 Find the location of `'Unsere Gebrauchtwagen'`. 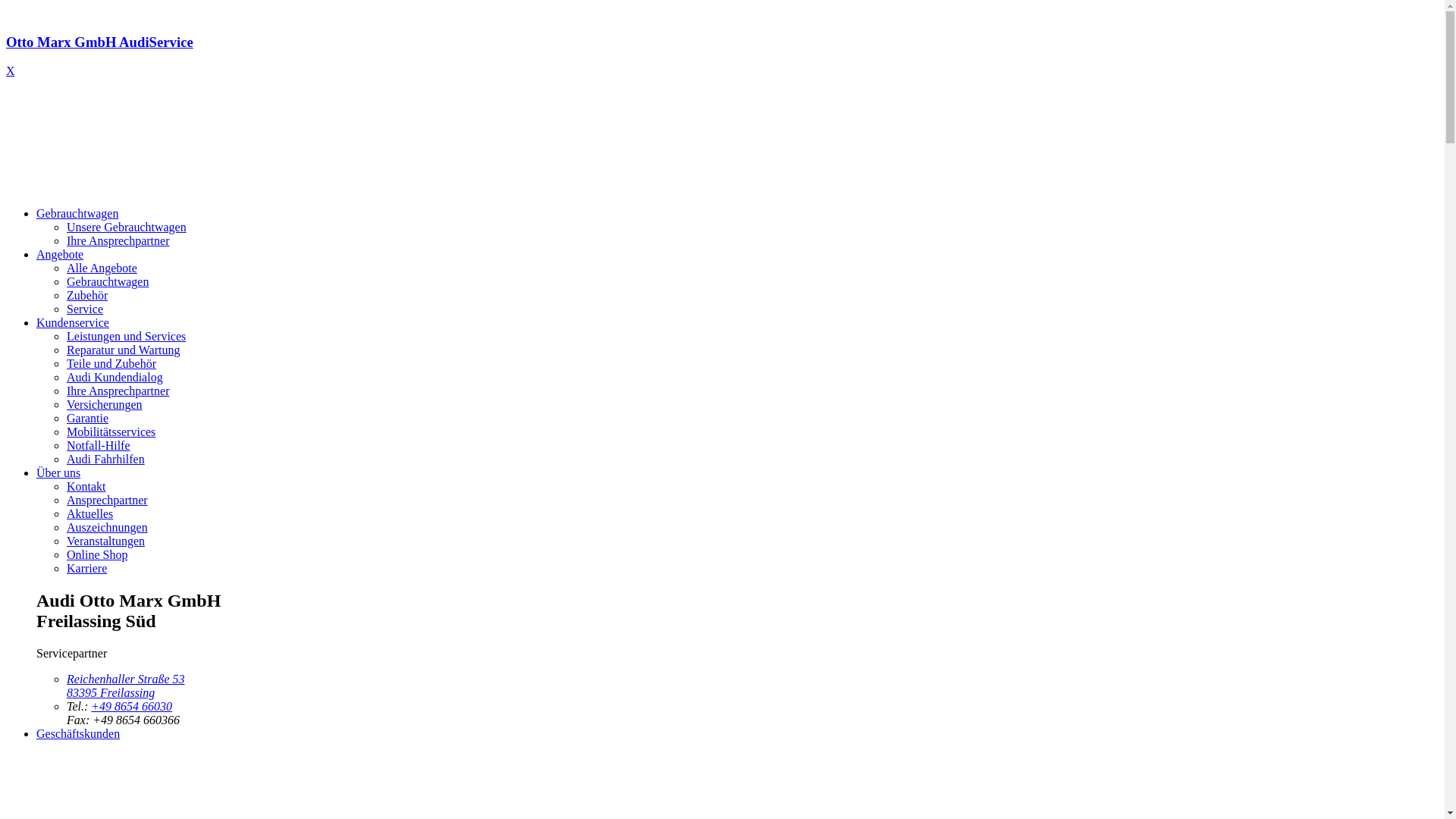

'Unsere Gebrauchtwagen' is located at coordinates (127, 227).